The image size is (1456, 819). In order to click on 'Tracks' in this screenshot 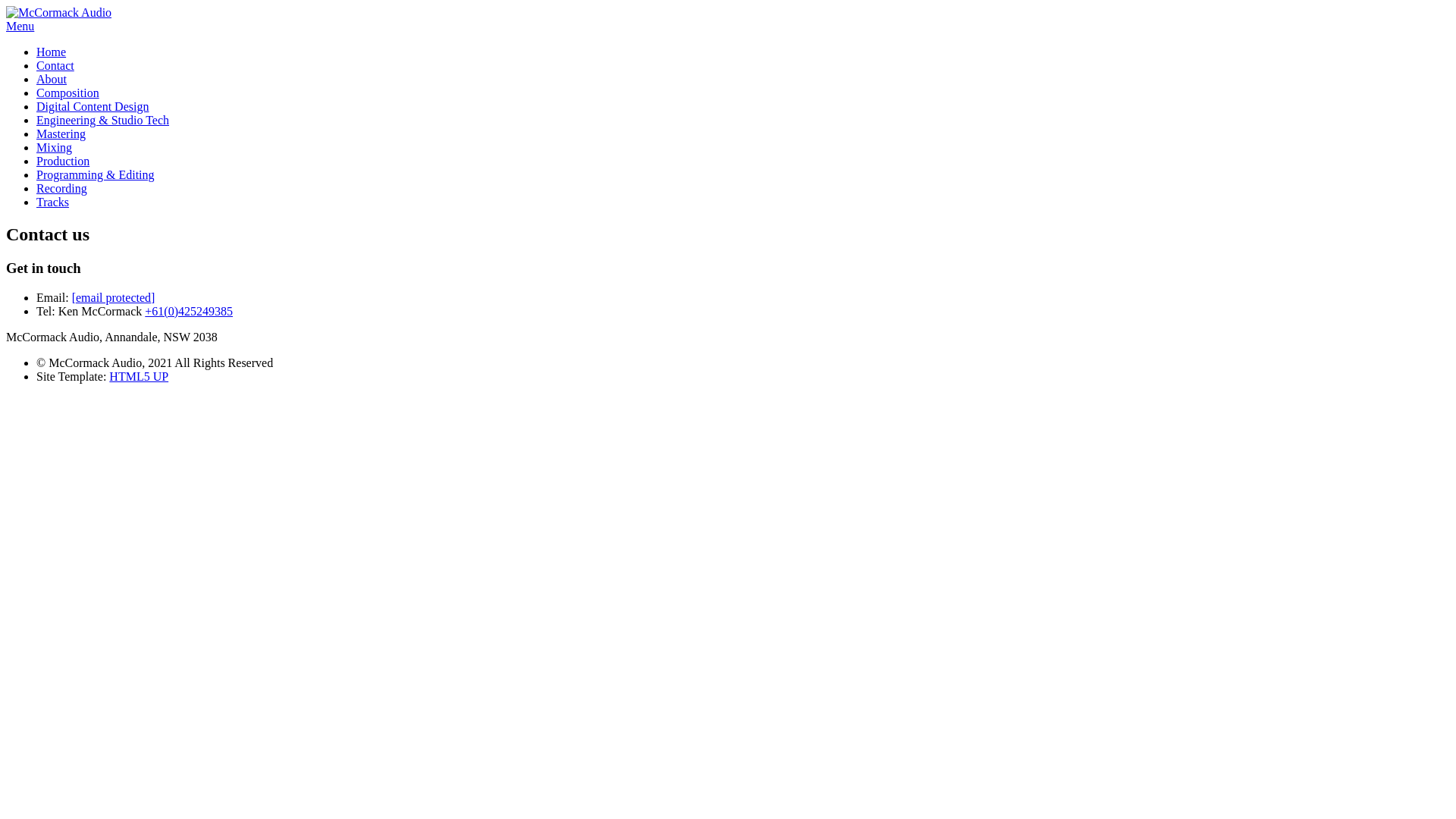, I will do `click(52, 201)`.